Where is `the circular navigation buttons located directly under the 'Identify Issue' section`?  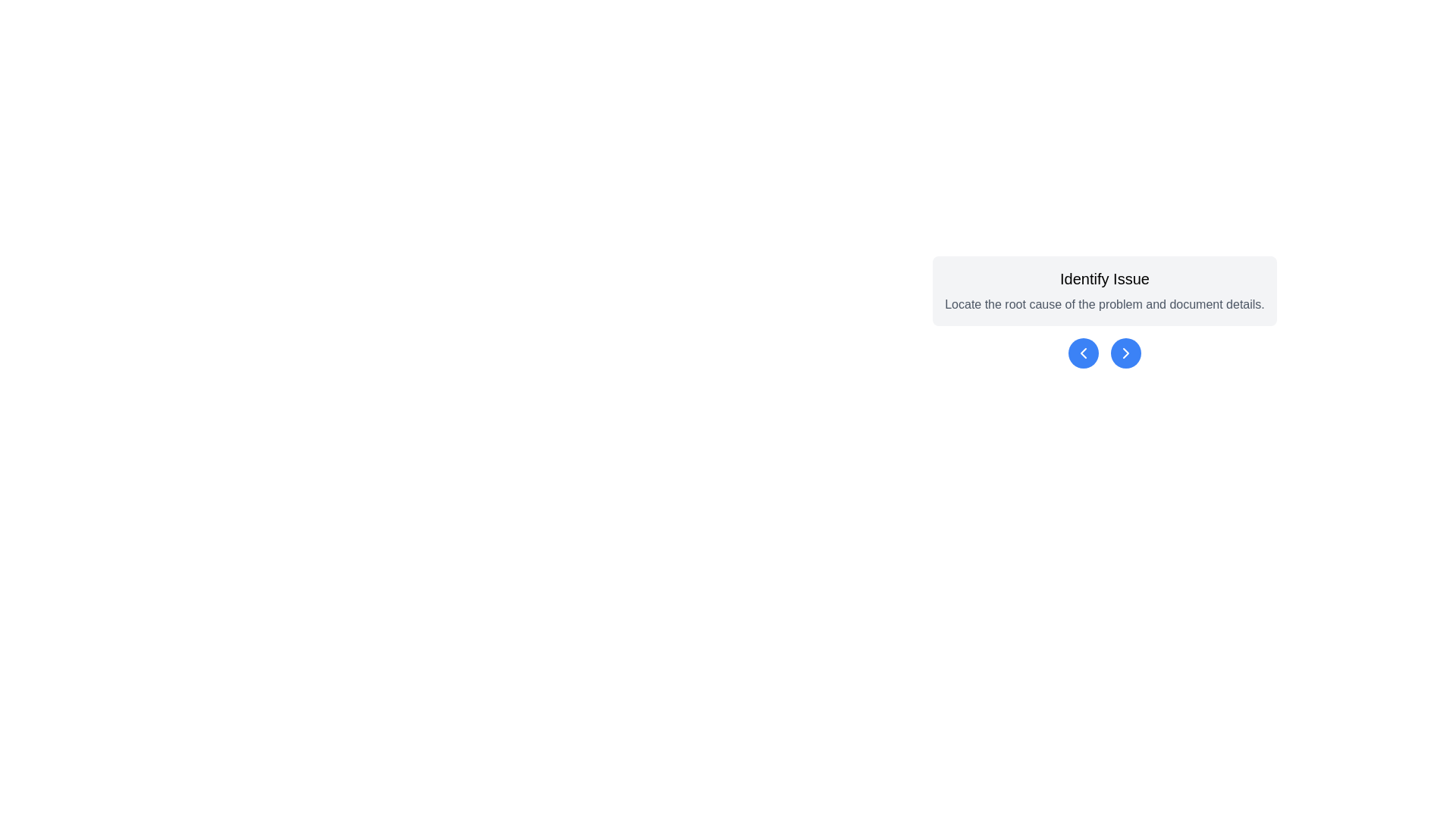 the circular navigation buttons located directly under the 'Identify Issue' section is located at coordinates (1105, 353).